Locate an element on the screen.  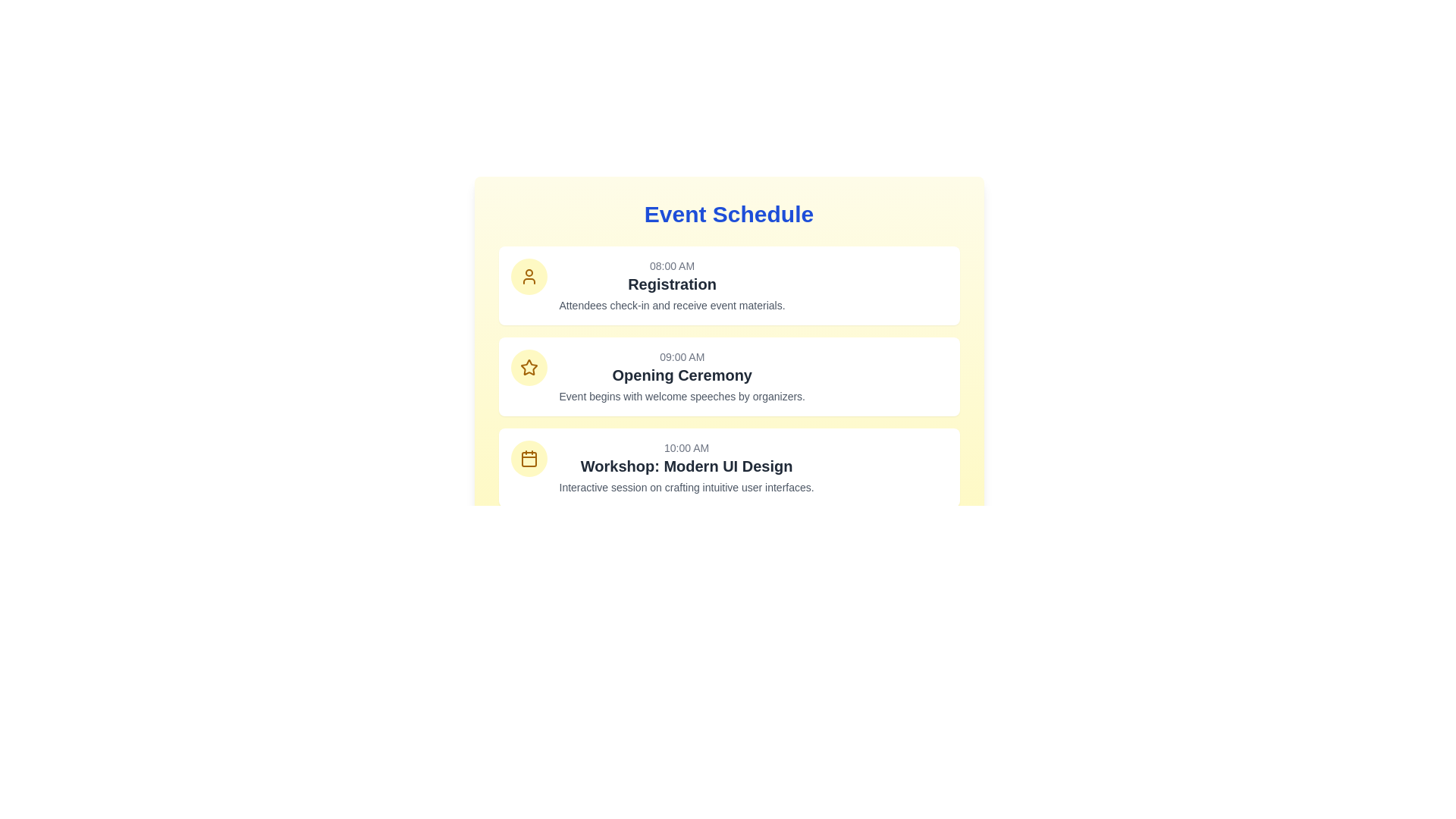
the text content providing a description for the 'Modern UI Design' workshop, located below the workshop heading in the third event entry of the 'Event Schedule' section is located at coordinates (686, 488).